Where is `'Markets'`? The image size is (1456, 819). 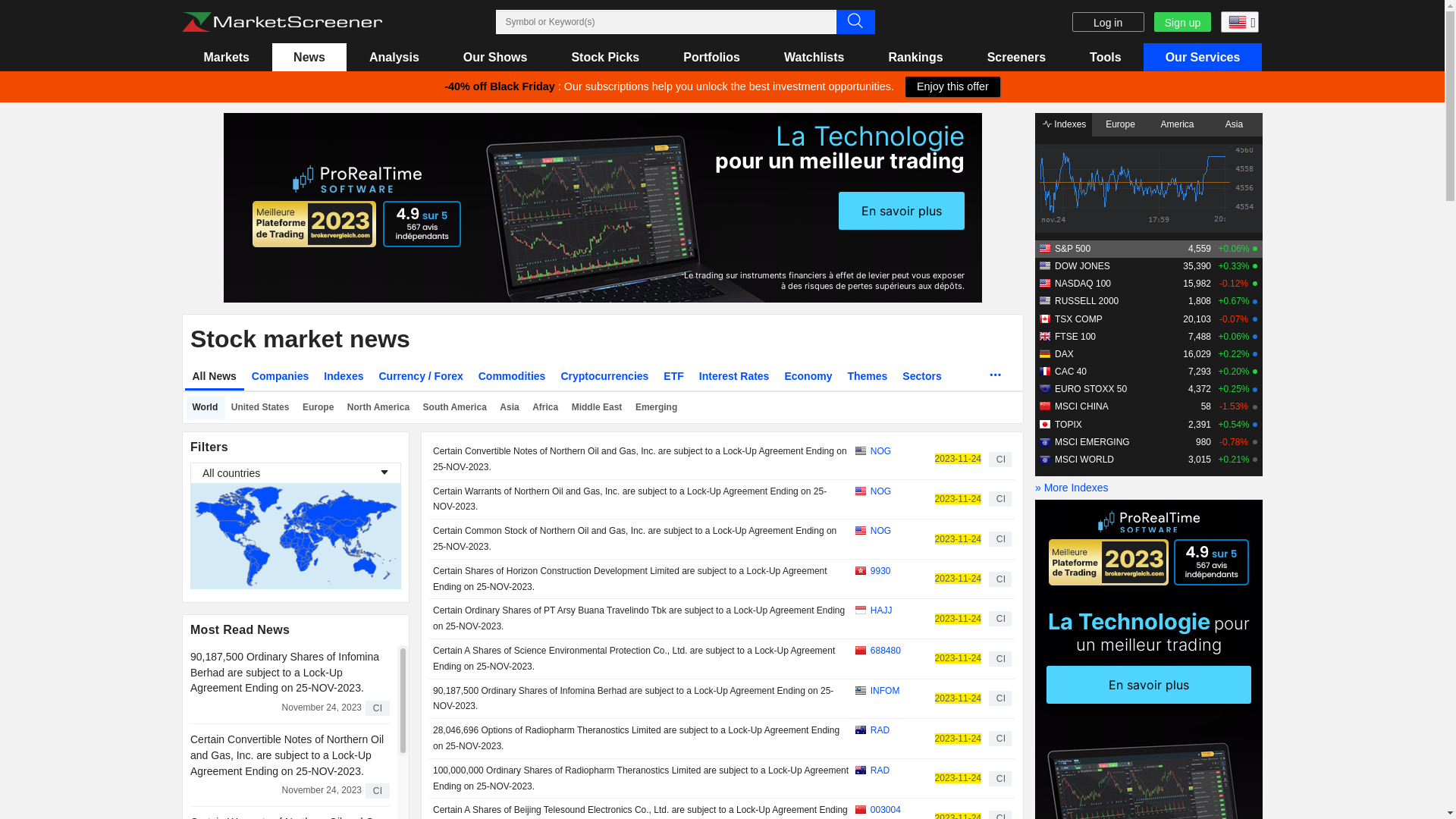 'Markets' is located at coordinates (225, 56).